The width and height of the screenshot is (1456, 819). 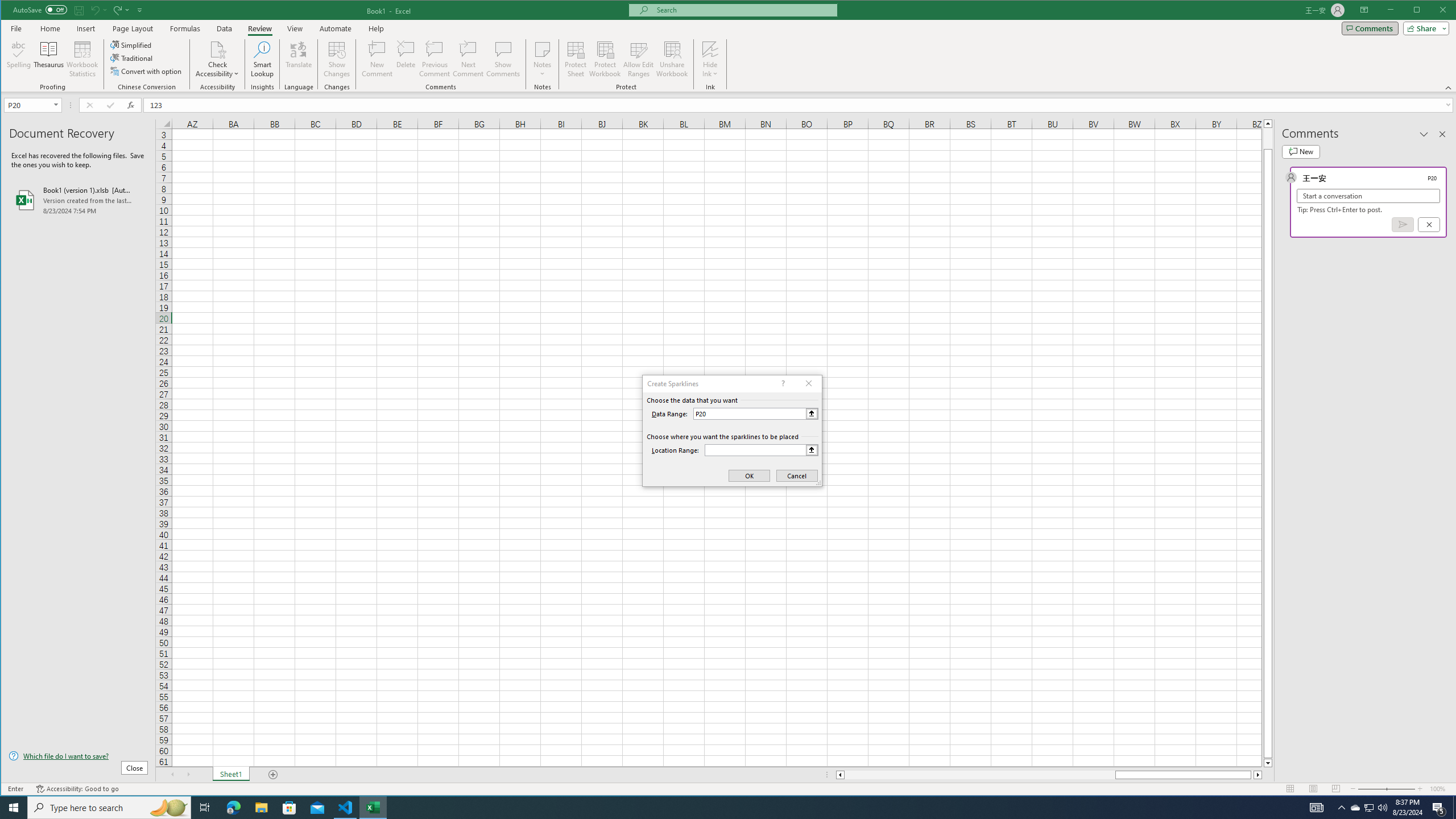 What do you see at coordinates (81, 59) in the screenshot?
I see `'Workbook Statistics'` at bounding box center [81, 59].